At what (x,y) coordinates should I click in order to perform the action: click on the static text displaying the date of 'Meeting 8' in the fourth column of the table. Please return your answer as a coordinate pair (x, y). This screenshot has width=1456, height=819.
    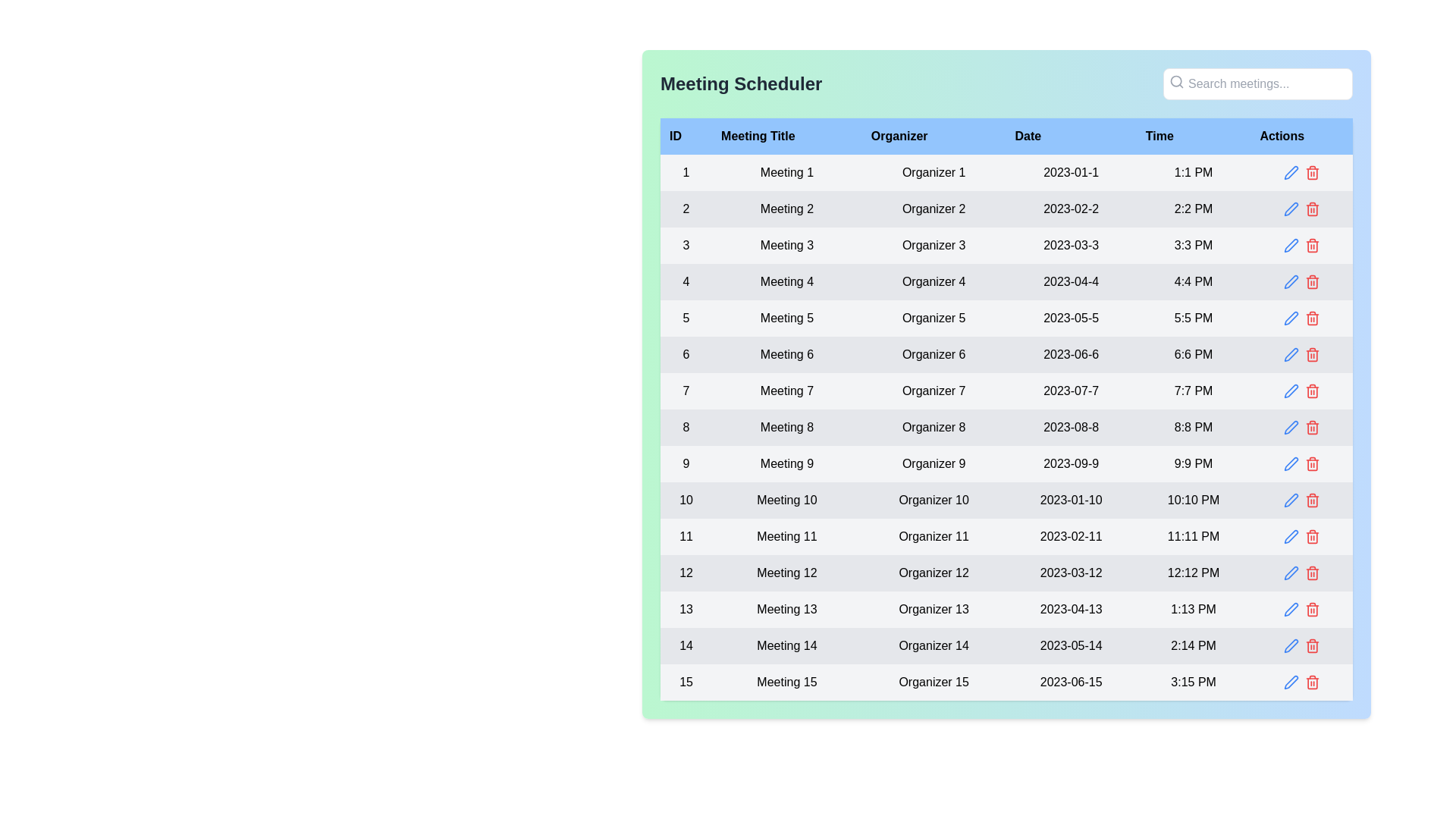
    Looking at the image, I should click on (1070, 427).